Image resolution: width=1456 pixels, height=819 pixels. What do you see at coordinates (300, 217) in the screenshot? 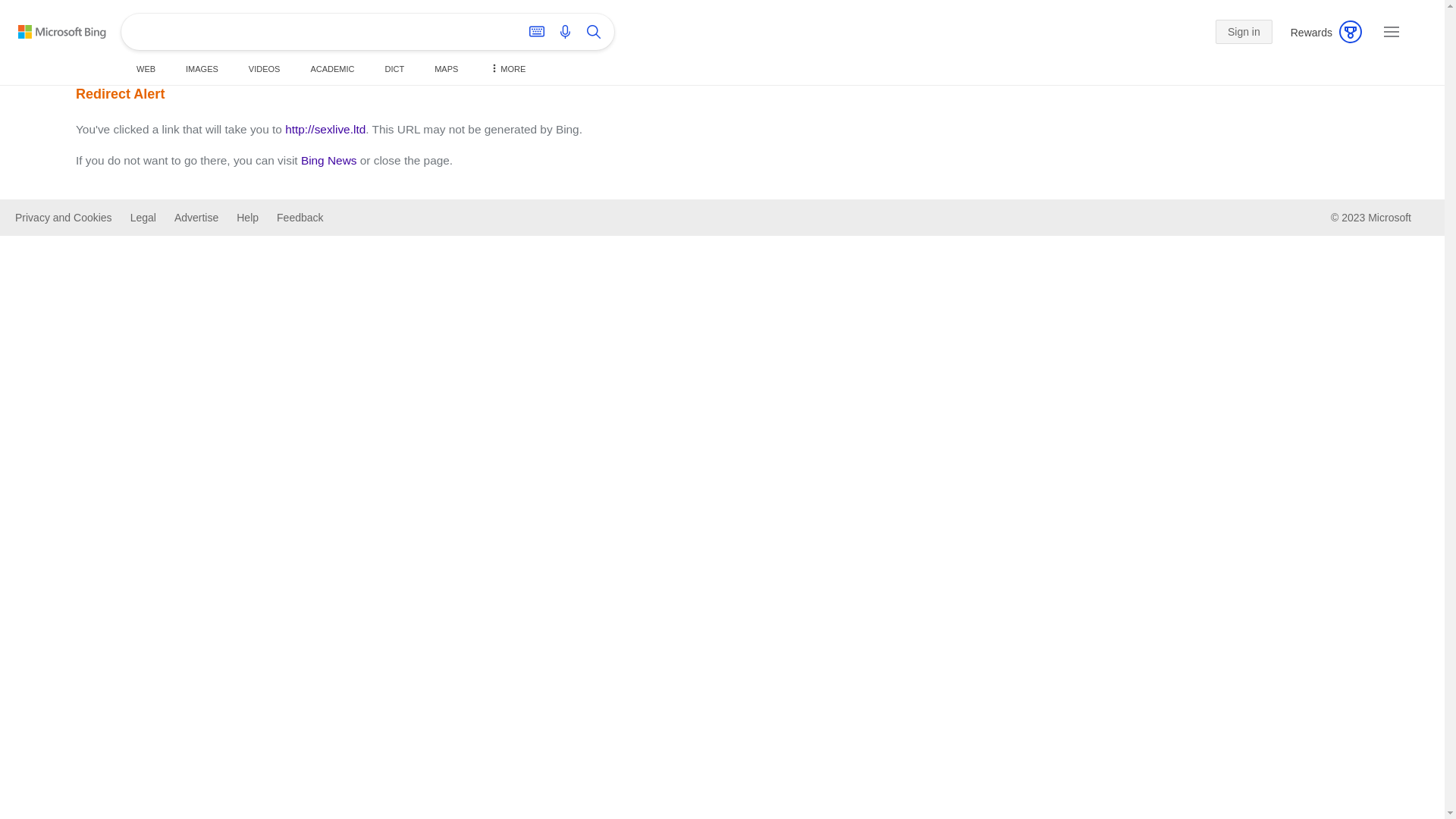
I see `'Feedback'` at bounding box center [300, 217].